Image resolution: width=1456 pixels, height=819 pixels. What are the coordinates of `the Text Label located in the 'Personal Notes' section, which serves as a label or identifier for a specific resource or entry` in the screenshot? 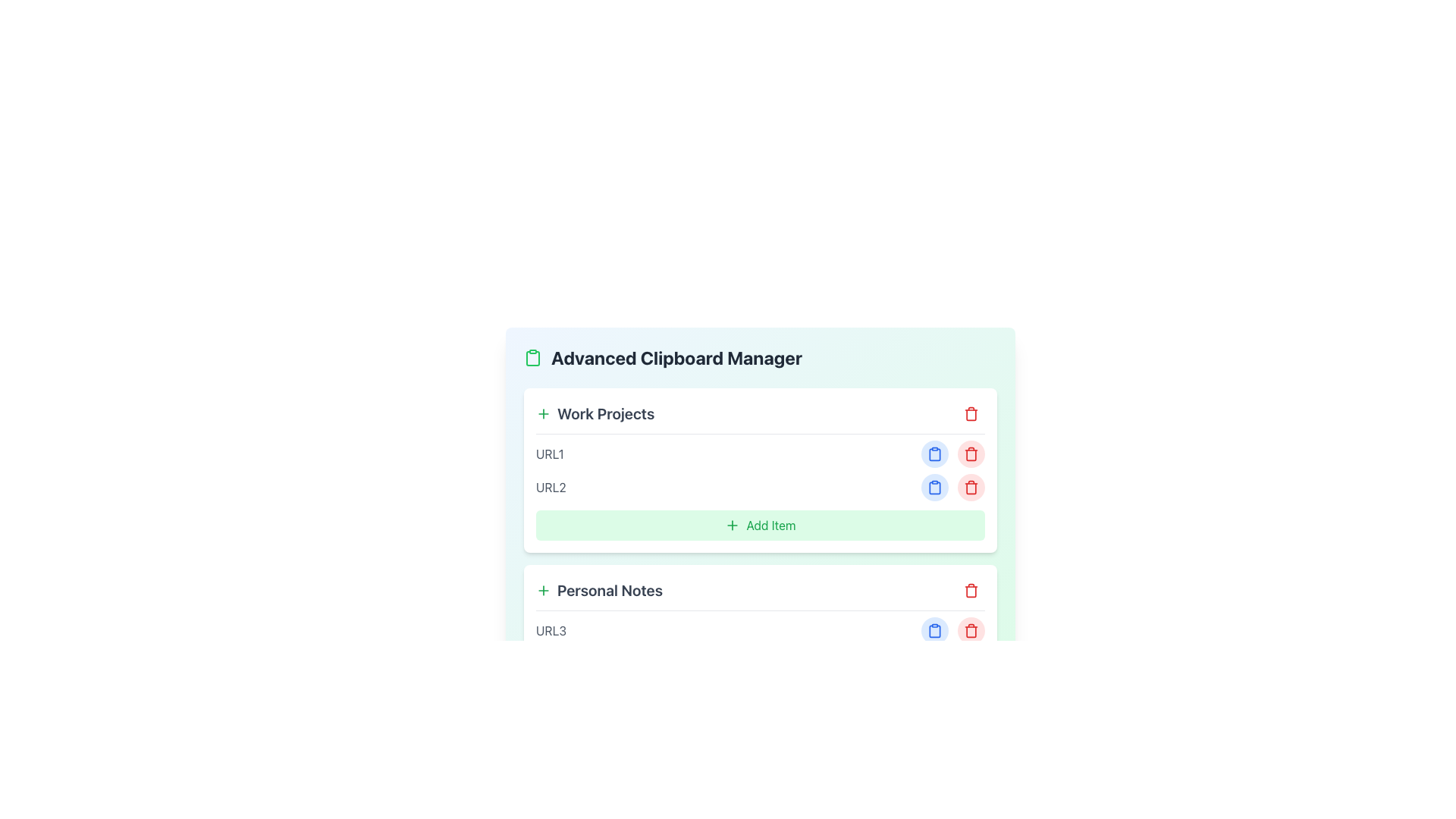 It's located at (551, 631).